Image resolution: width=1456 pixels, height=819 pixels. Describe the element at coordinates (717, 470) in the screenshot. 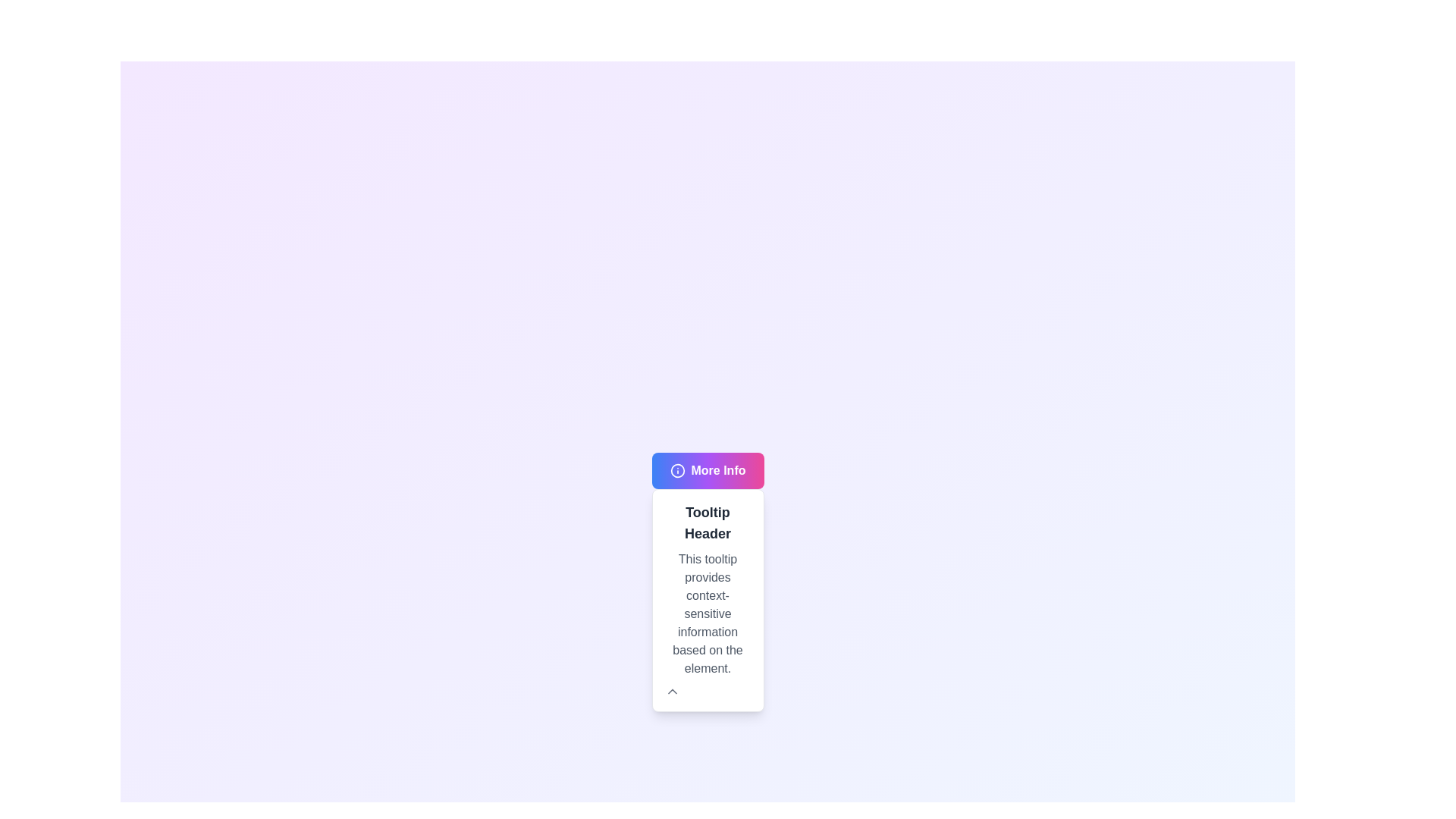

I see `the 'More Info' text label which has a gradient background from blue to pink and is styled with rounded corners, located to the right of an icon within a button in a pop-up feature` at that location.